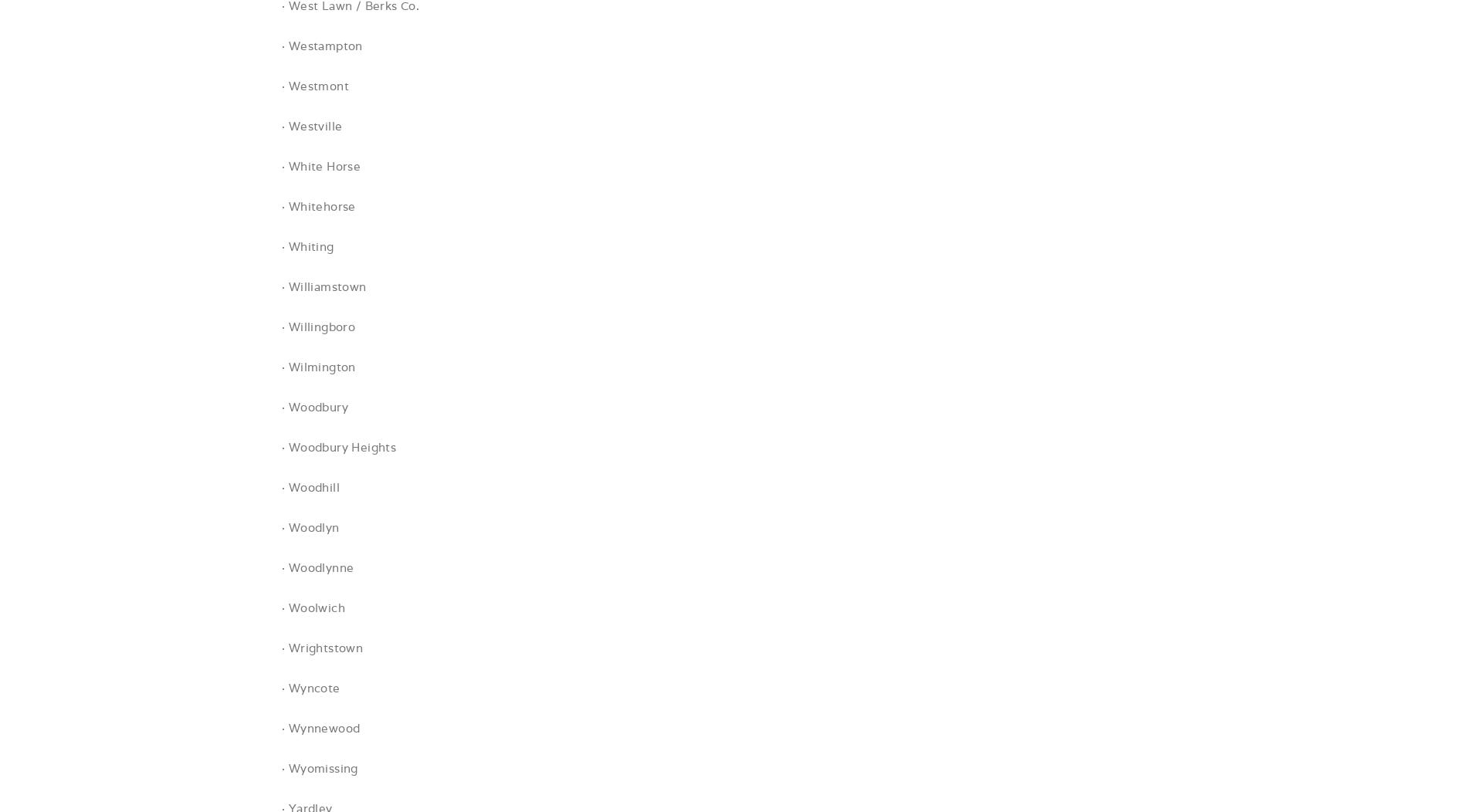 This screenshot has width=1467, height=812. What do you see at coordinates (280, 768) in the screenshot?
I see `'· Wyomissing'` at bounding box center [280, 768].